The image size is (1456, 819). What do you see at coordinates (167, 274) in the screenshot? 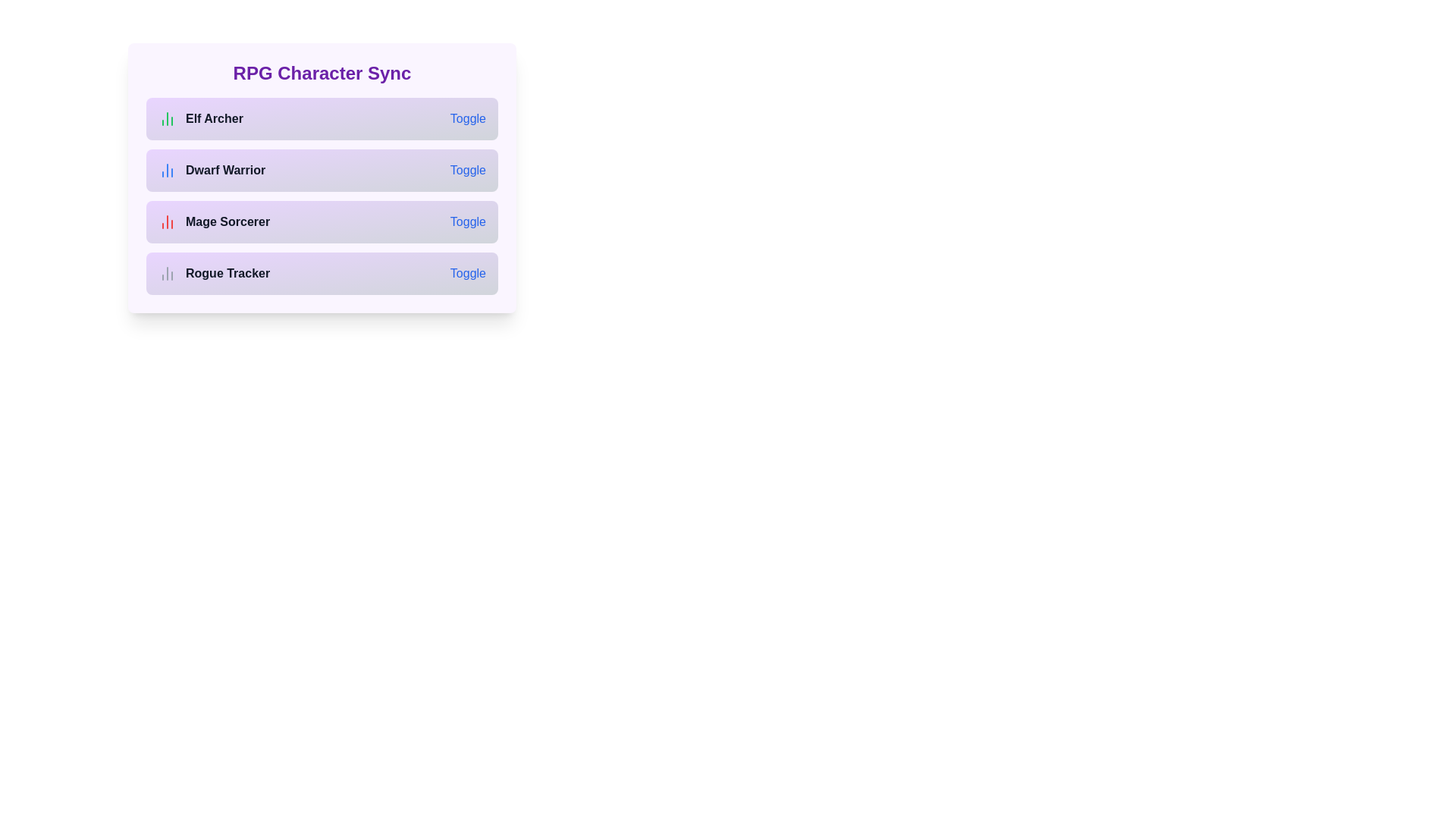
I see `the column chart icon located to the left of the 'Rogue Tracker' label in the list of items` at bounding box center [167, 274].